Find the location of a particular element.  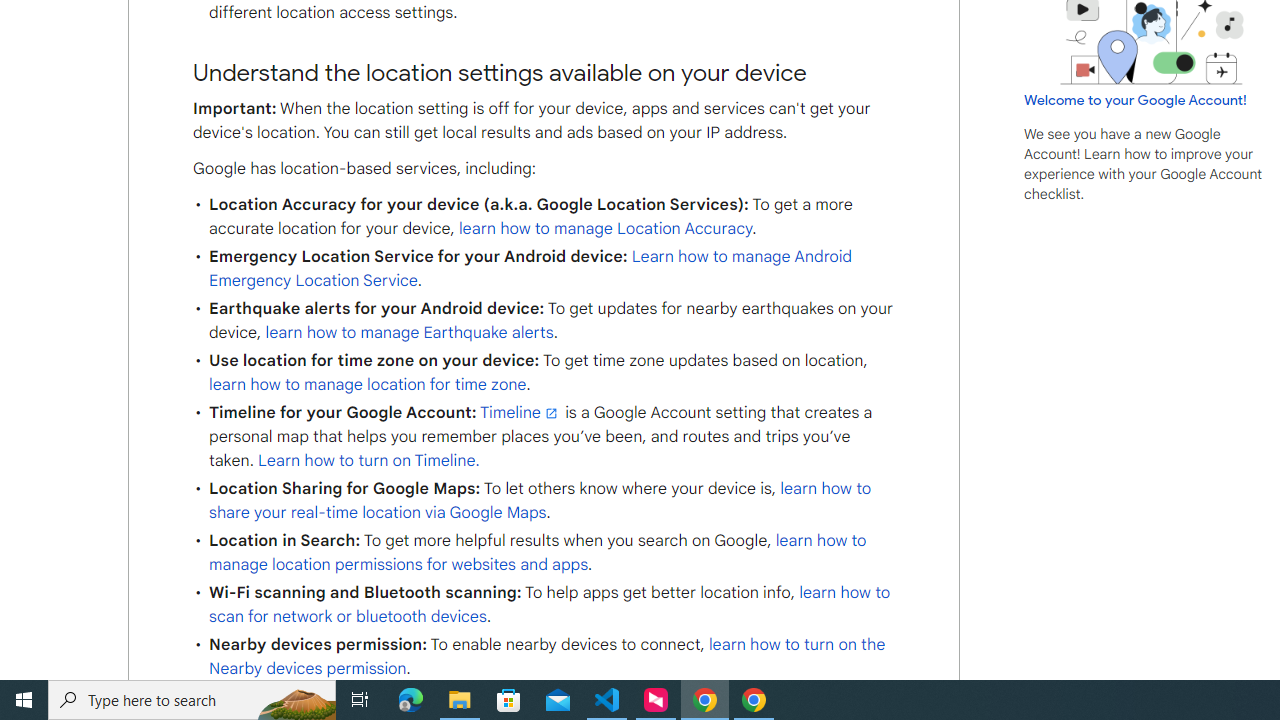

'Learn how to manage Android Emergency Location Service' is located at coordinates (530, 267).